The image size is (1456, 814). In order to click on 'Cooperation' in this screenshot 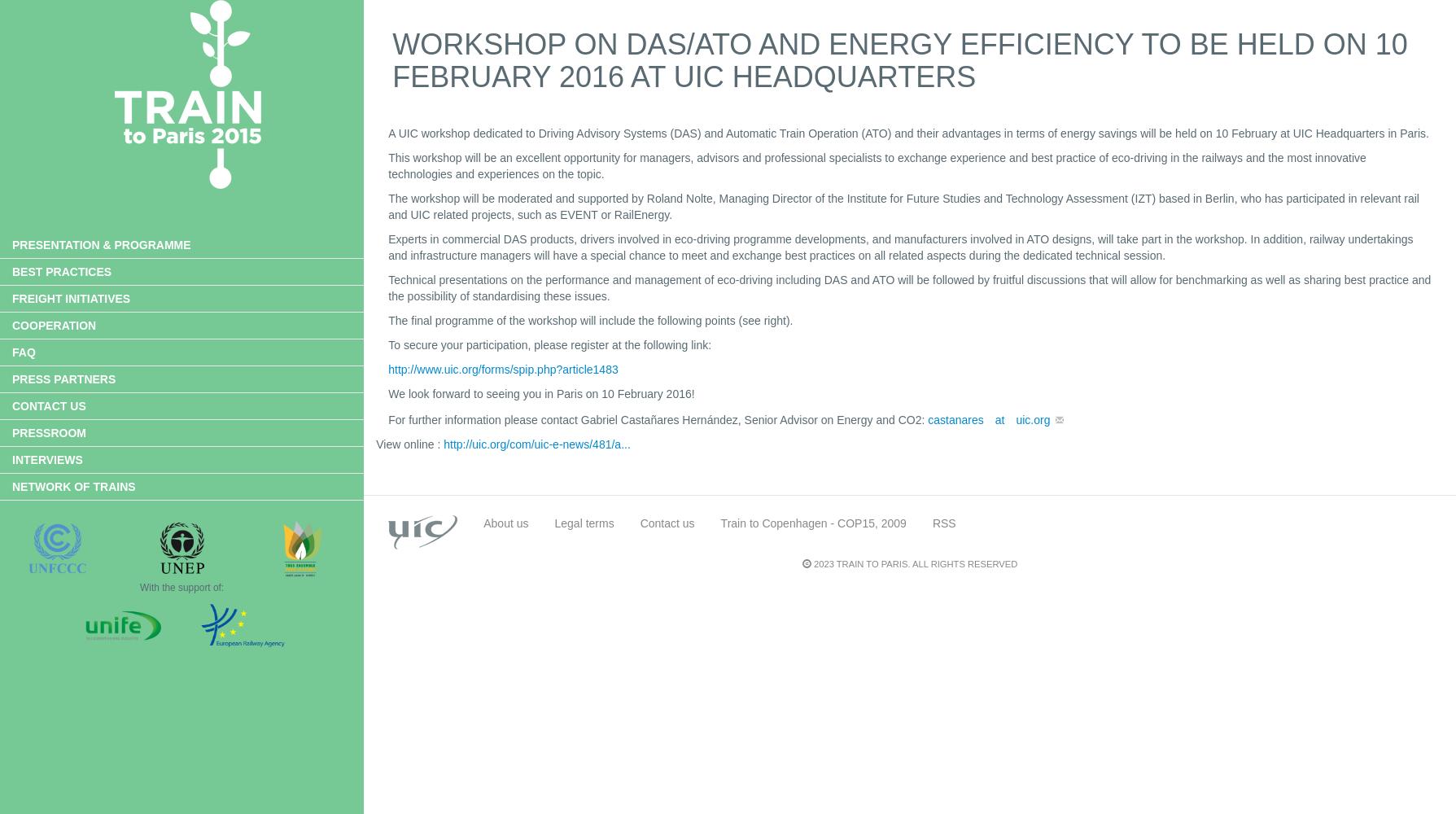, I will do `click(54, 326)`.